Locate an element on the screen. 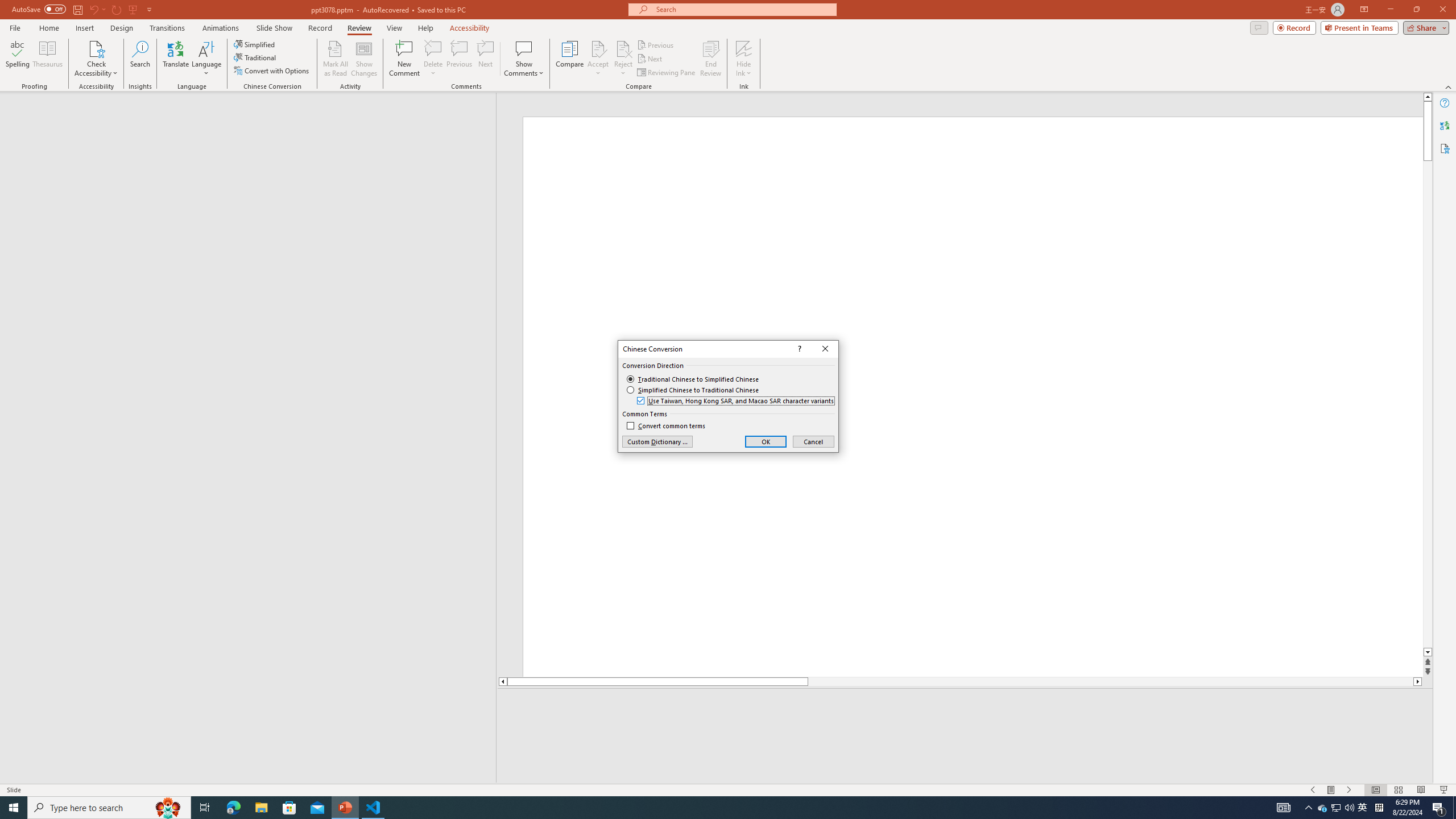  'Convert common terms' is located at coordinates (665, 425).